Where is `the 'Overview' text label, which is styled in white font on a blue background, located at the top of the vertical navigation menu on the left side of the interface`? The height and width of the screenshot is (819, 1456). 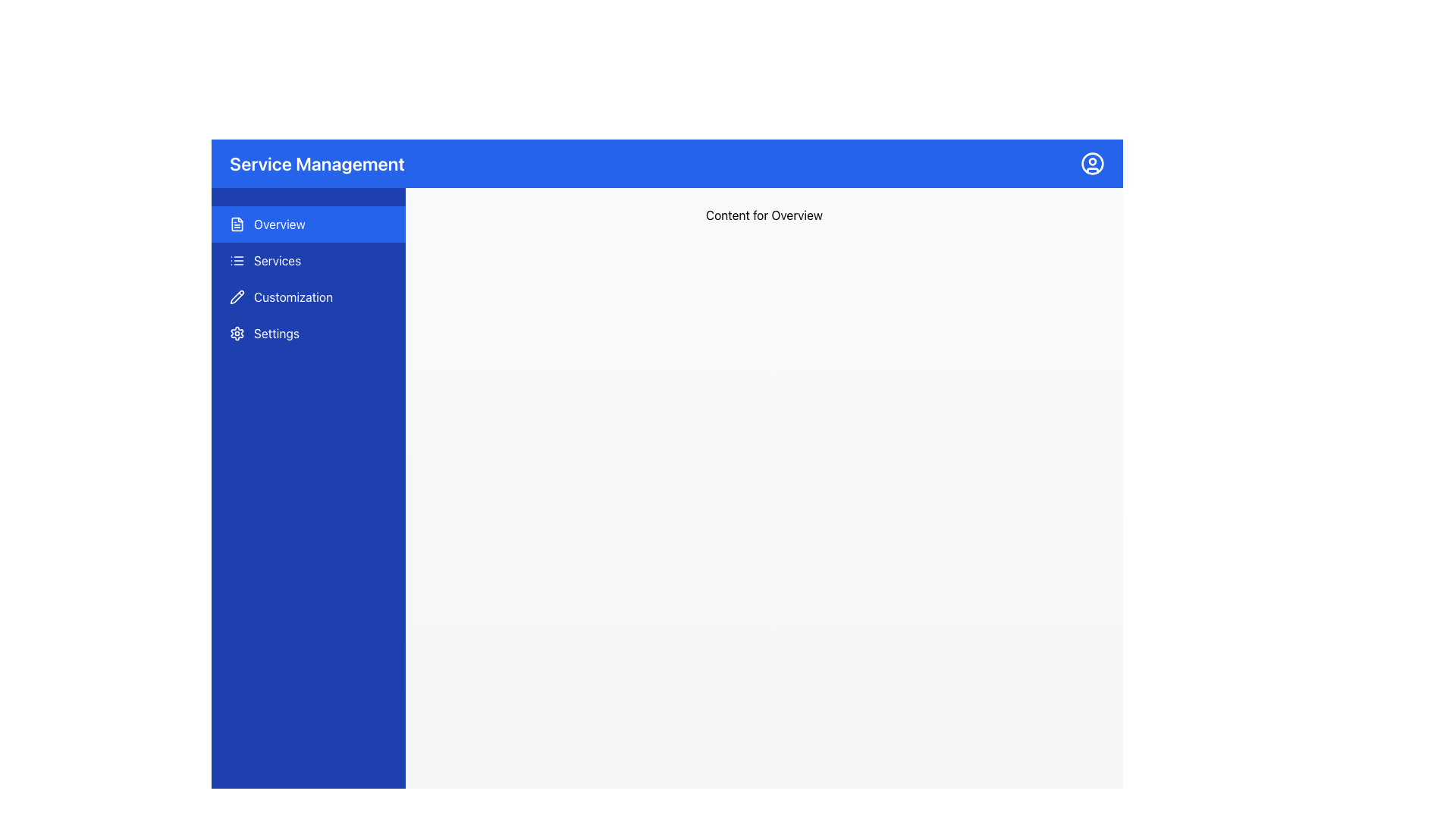 the 'Overview' text label, which is styled in white font on a blue background, located at the top of the vertical navigation menu on the left side of the interface is located at coordinates (279, 224).